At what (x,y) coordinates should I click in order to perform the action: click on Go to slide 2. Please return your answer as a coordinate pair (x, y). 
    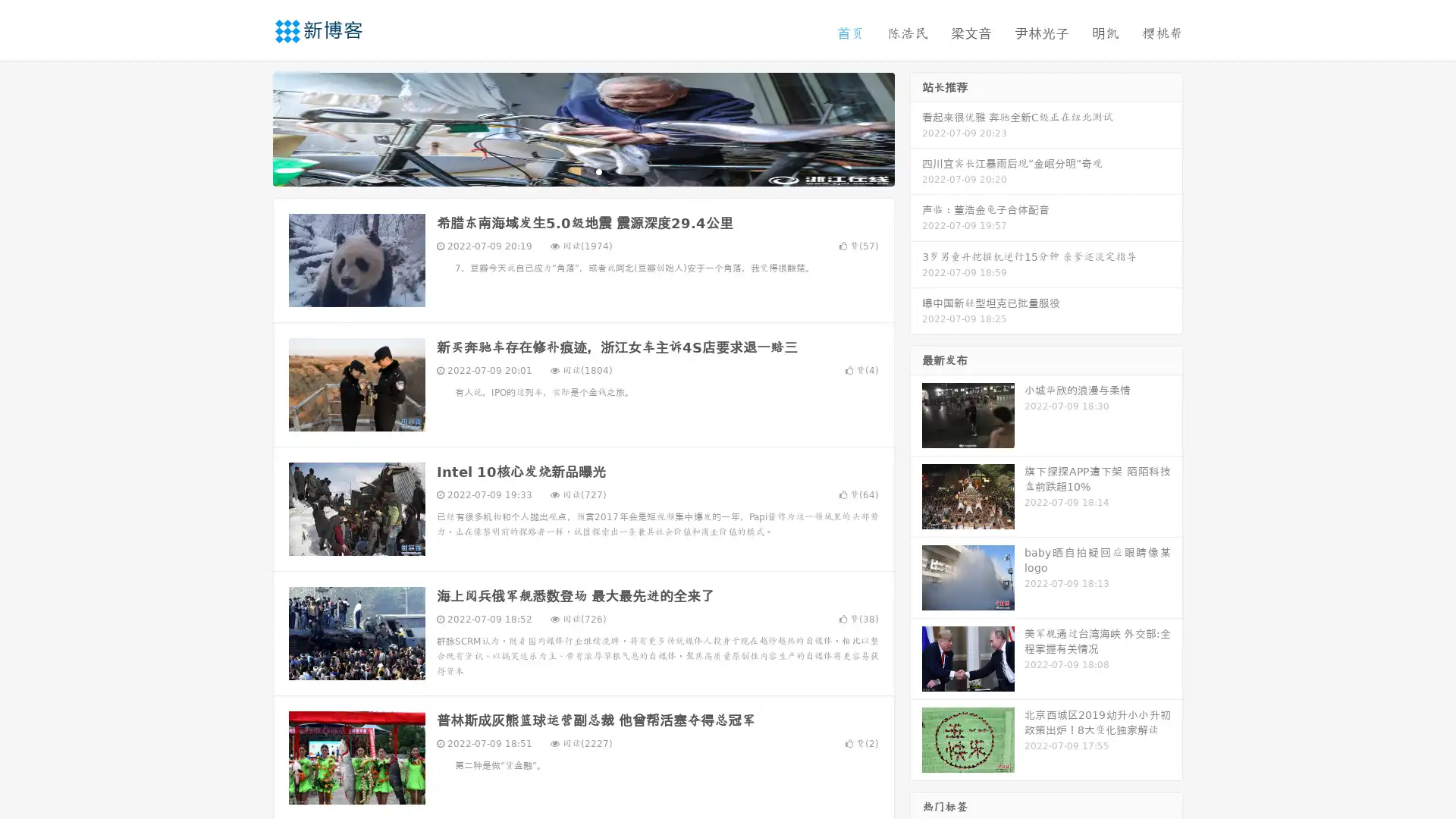
    Looking at the image, I should click on (582, 171).